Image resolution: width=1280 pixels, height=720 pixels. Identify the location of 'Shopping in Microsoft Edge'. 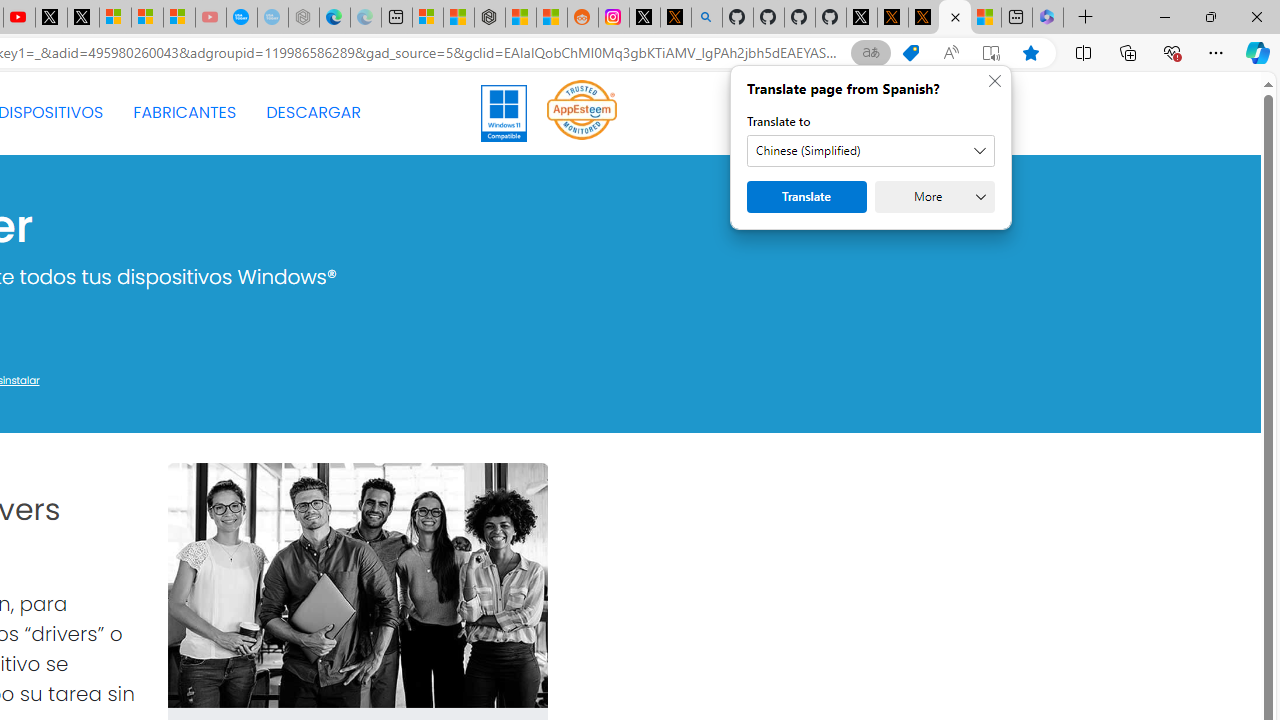
(909, 52).